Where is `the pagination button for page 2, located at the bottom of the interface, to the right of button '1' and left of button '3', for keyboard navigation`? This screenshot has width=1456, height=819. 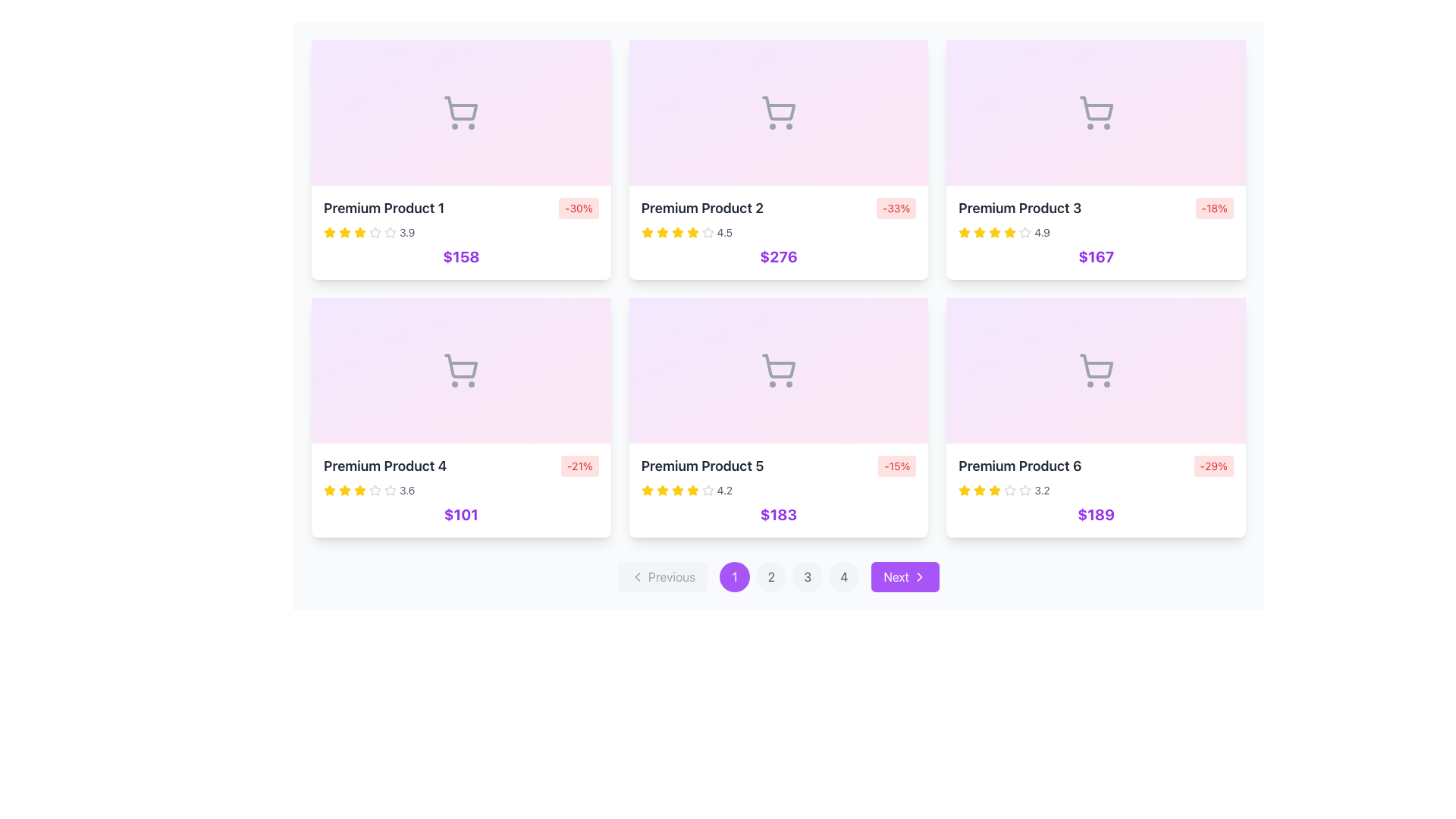
the pagination button for page 2, located at the bottom of the interface, to the right of button '1' and left of button '3', for keyboard navigation is located at coordinates (771, 576).